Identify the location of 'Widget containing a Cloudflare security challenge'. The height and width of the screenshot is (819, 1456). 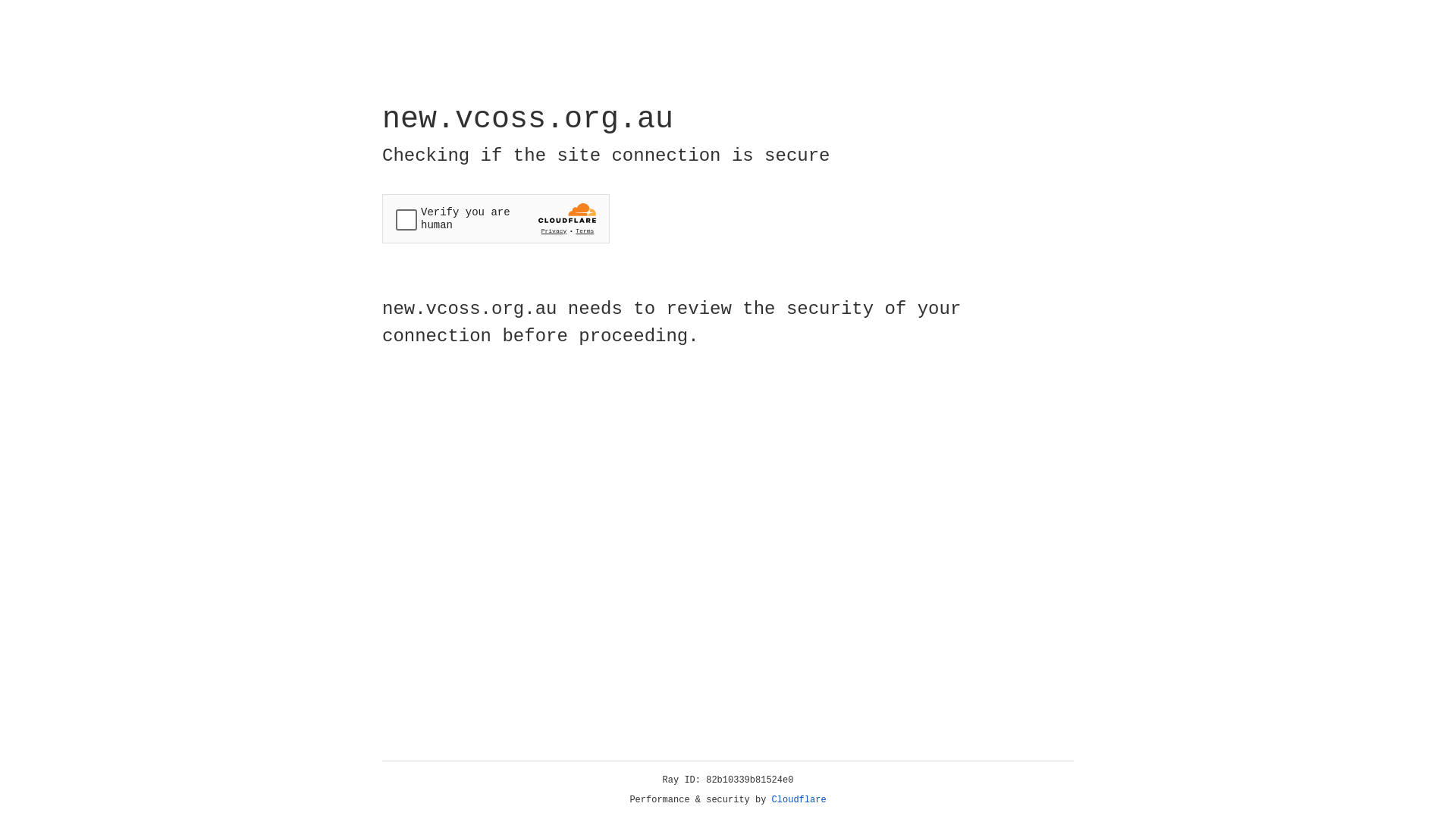
(495, 218).